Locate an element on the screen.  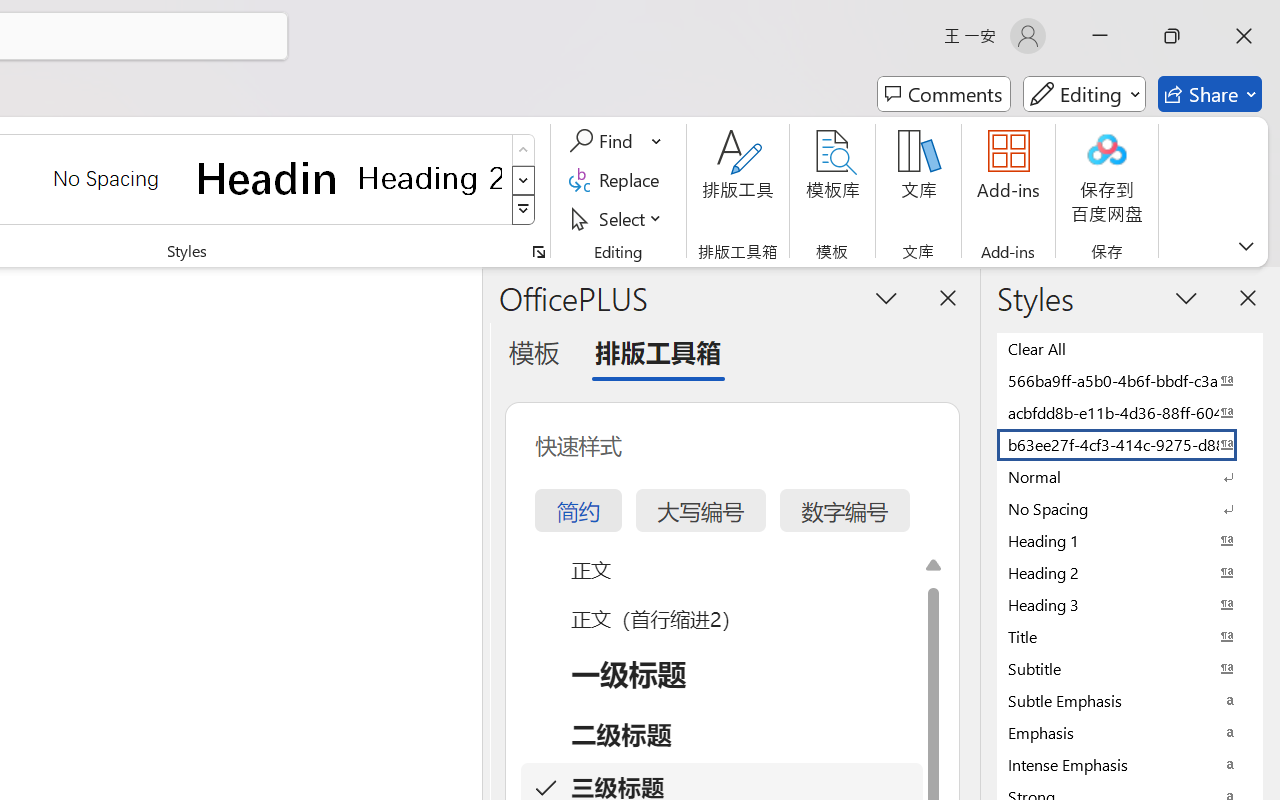
'Title' is located at coordinates (1130, 635).